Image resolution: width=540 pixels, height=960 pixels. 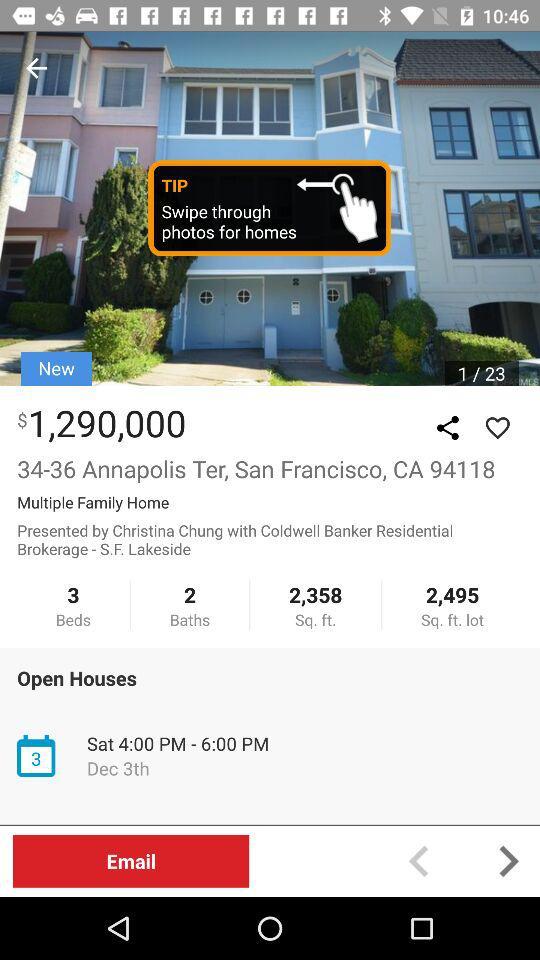 I want to click on gallery, so click(x=447, y=428).